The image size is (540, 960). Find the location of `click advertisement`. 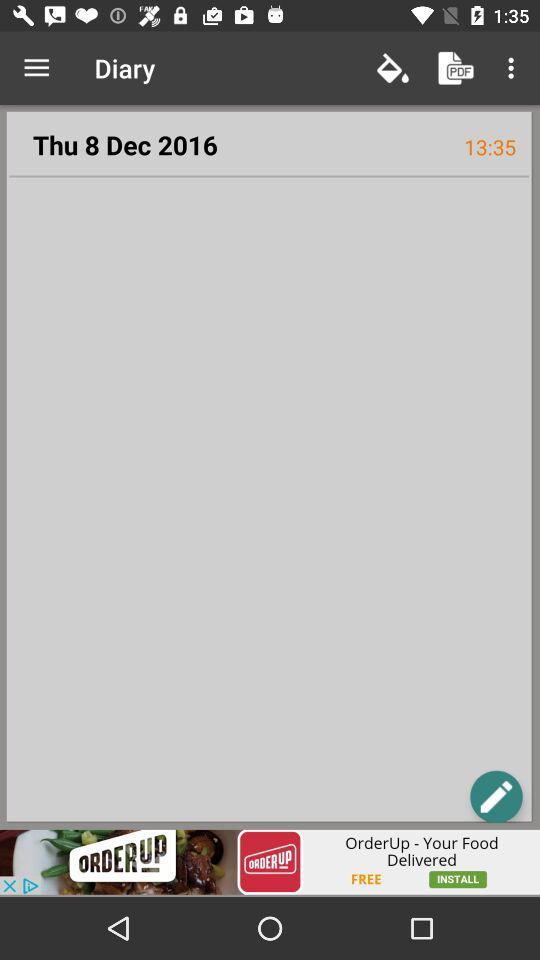

click advertisement is located at coordinates (270, 861).